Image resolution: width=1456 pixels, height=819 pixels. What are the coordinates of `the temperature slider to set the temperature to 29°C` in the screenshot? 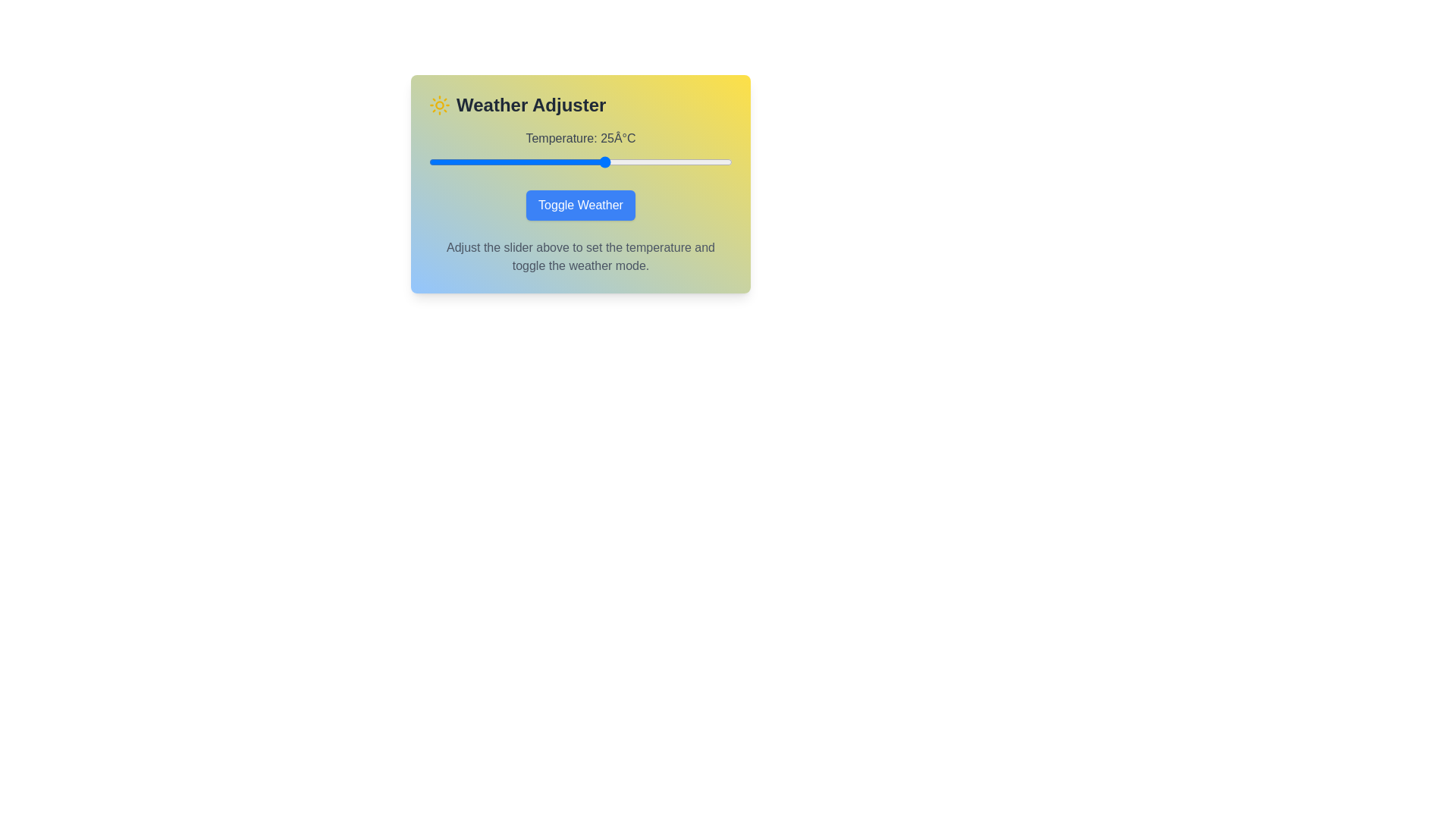 It's located at (626, 162).